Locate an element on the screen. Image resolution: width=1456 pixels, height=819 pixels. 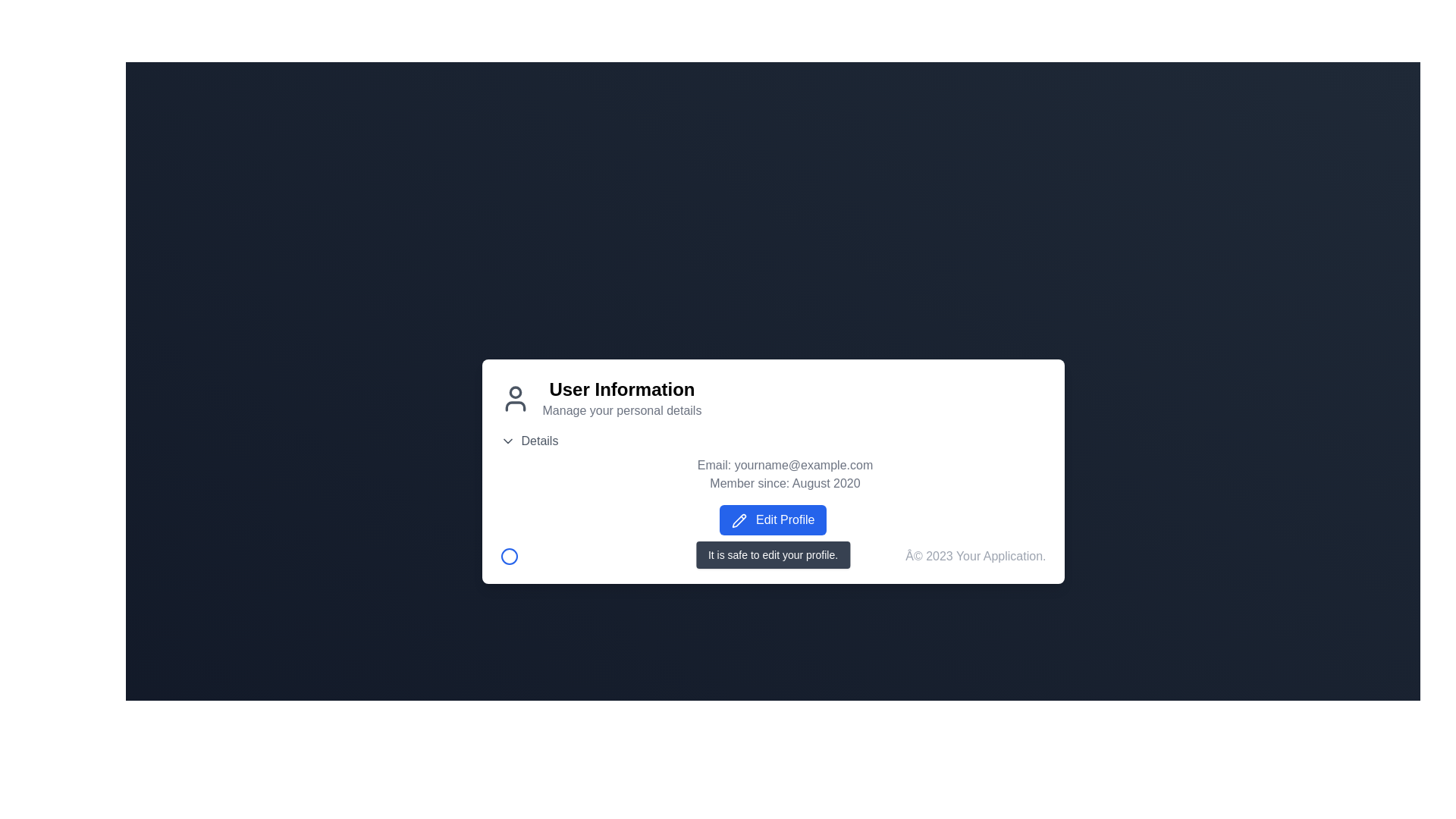
the informational tooltip or message box that provides contextual information about the safety of editing the profile, located directly below the 'Edit Profile' button is located at coordinates (773, 555).